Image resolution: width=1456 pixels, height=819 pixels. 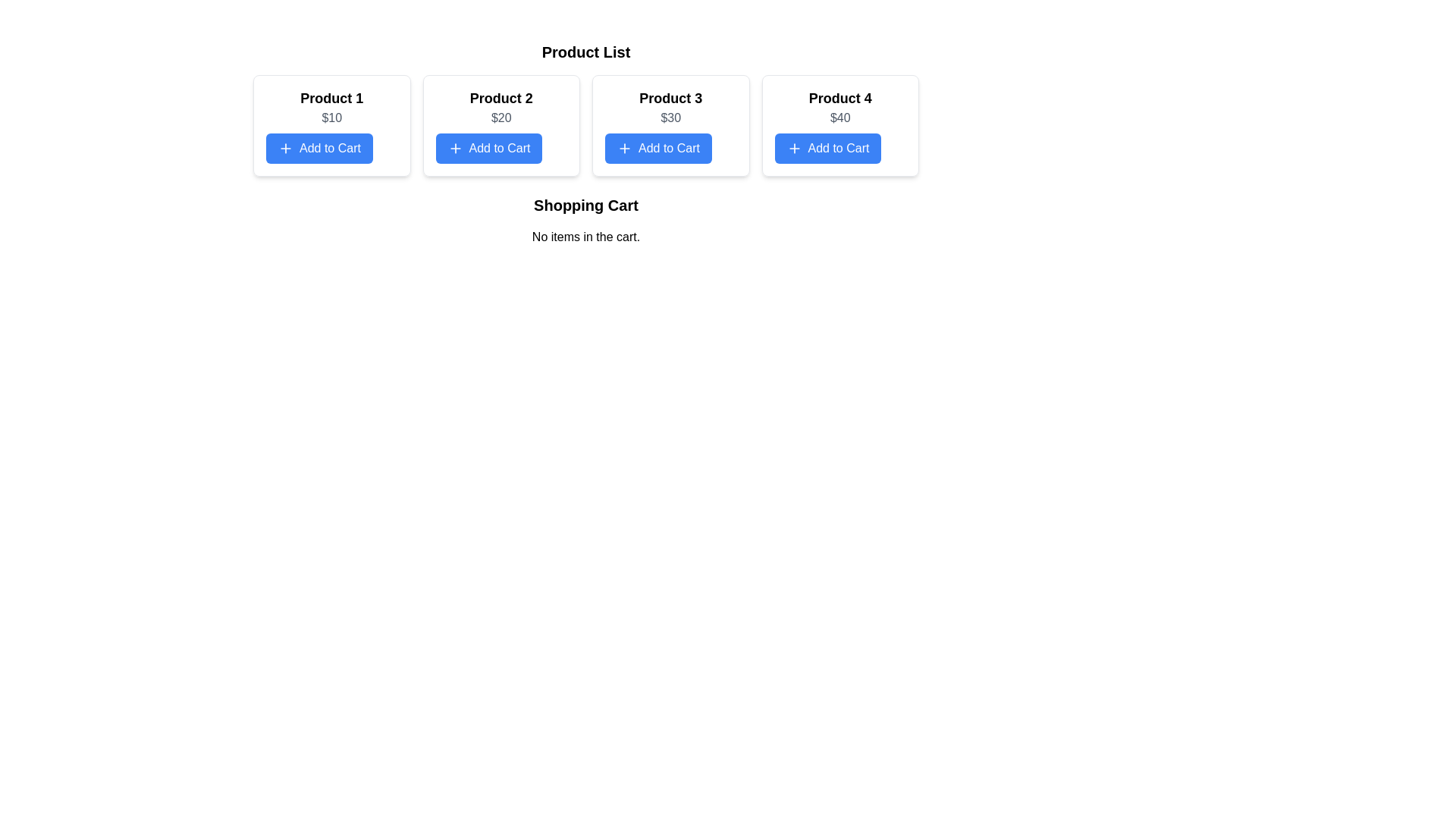 What do you see at coordinates (501, 124) in the screenshot?
I see `the 'Add to Cart' button on the 'Product 2' card in the product grid` at bounding box center [501, 124].